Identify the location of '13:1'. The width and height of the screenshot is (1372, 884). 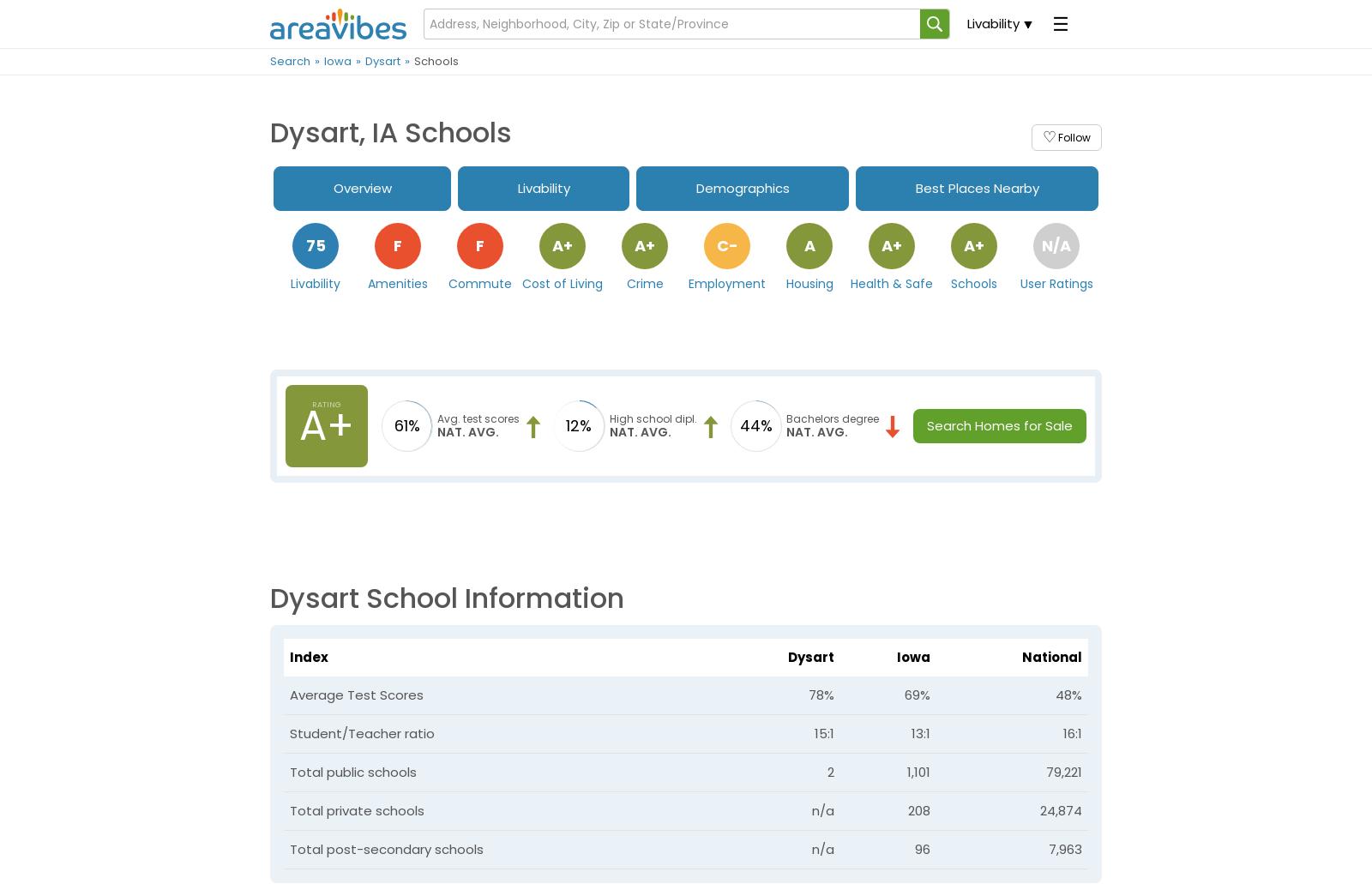
(919, 732).